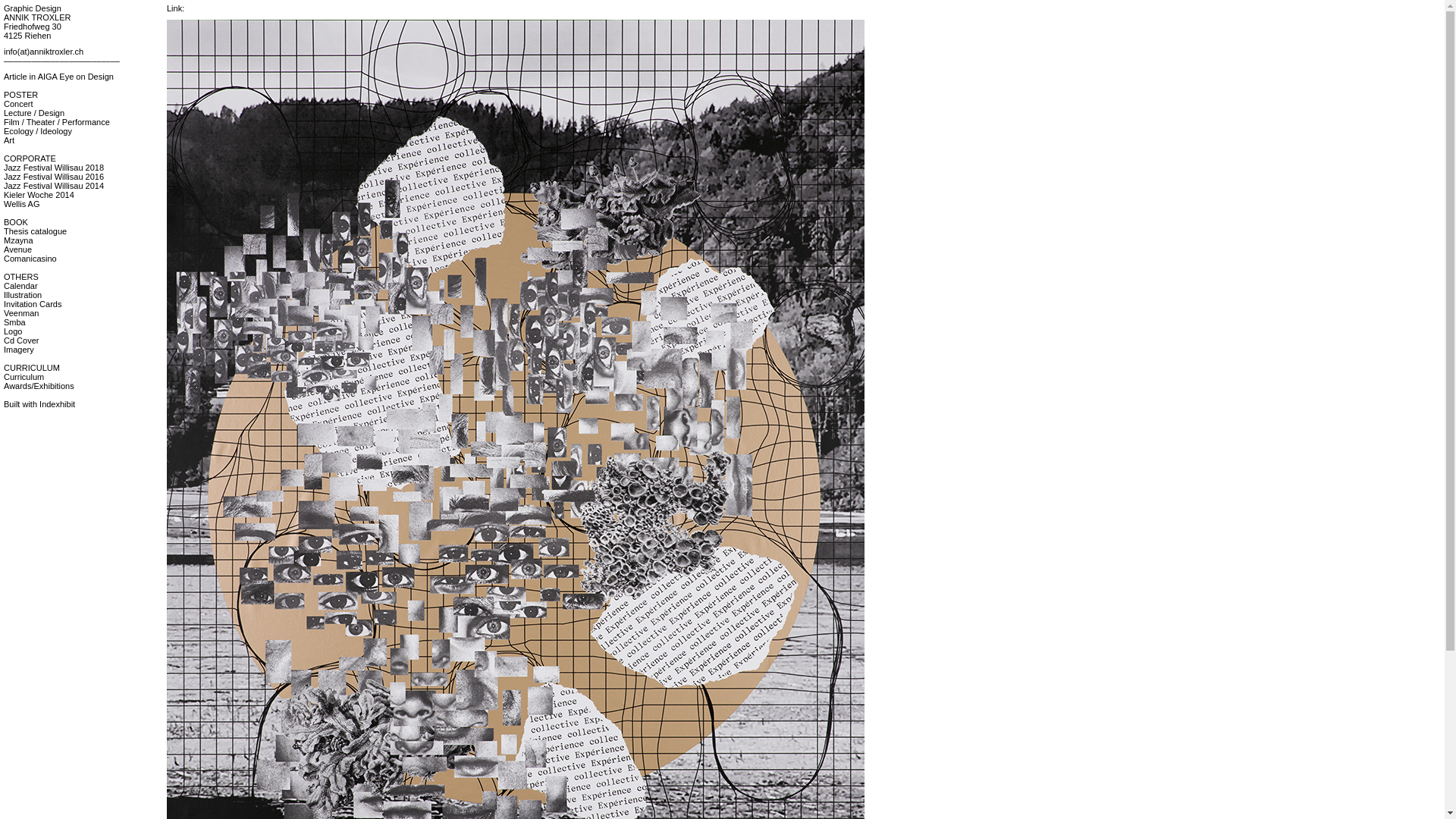 Image resolution: width=1456 pixels, height=819 pixels. Describe the element at coordinates (21, 339) in the screenshot. I see `'Cd Cover'` at that location.